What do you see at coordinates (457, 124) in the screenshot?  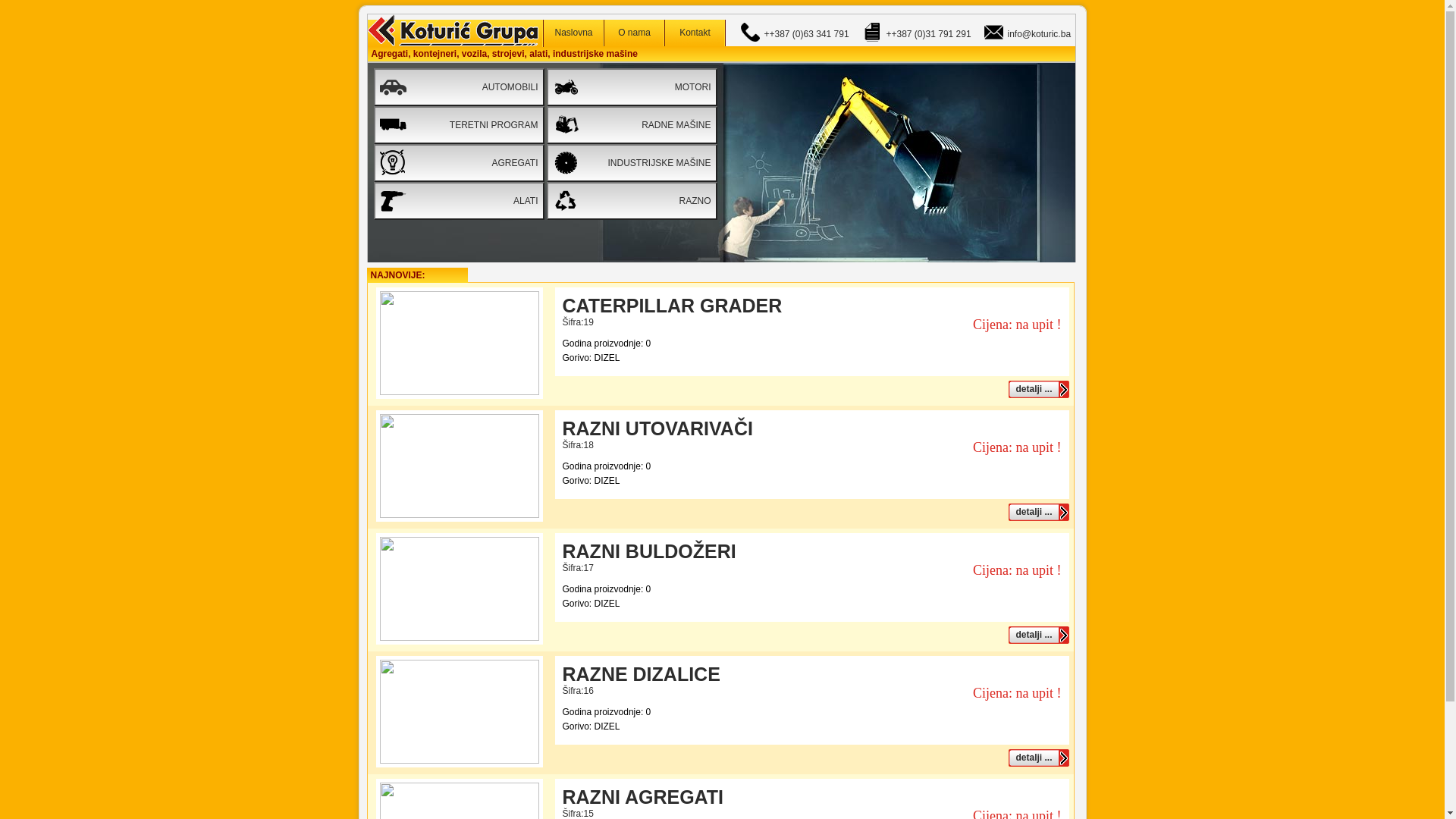 I see `'TERETNI PROGRAM'` at bounding box center [457, 124].